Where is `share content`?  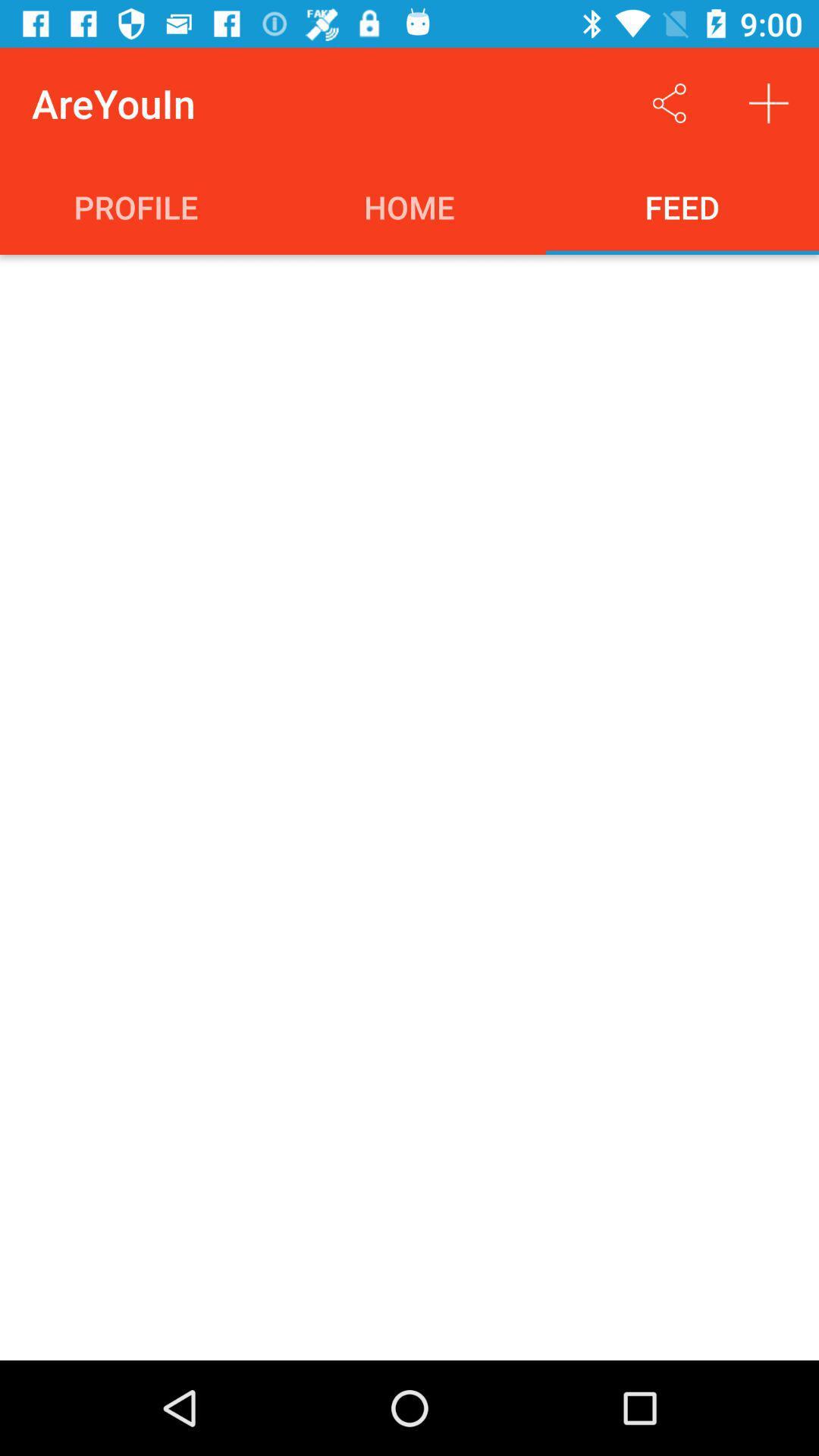
share content is located at coordinates (669, 102).